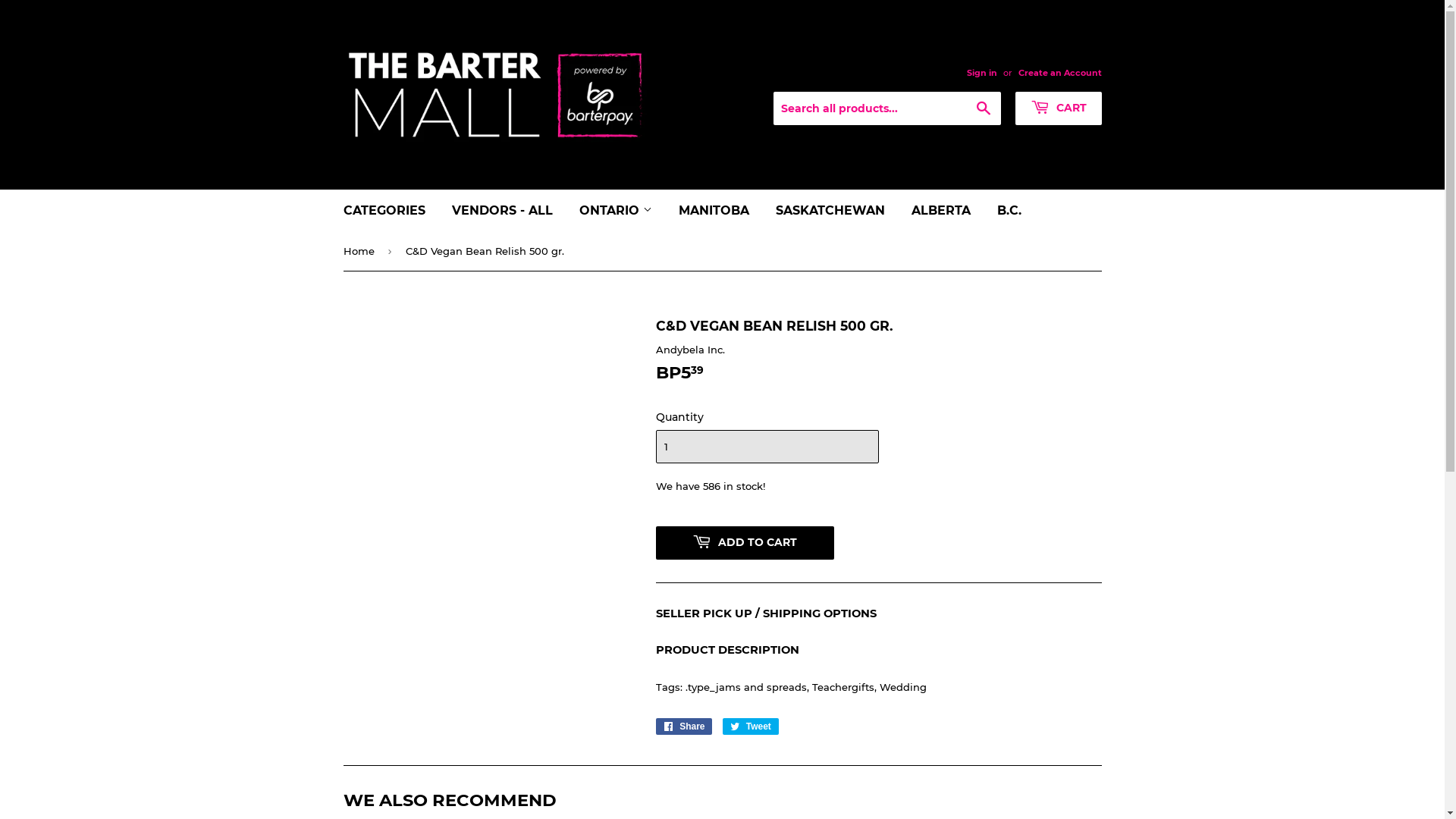 The image size is (1456, 819). I want to click on 'Teachergifts', so click(841, 687).